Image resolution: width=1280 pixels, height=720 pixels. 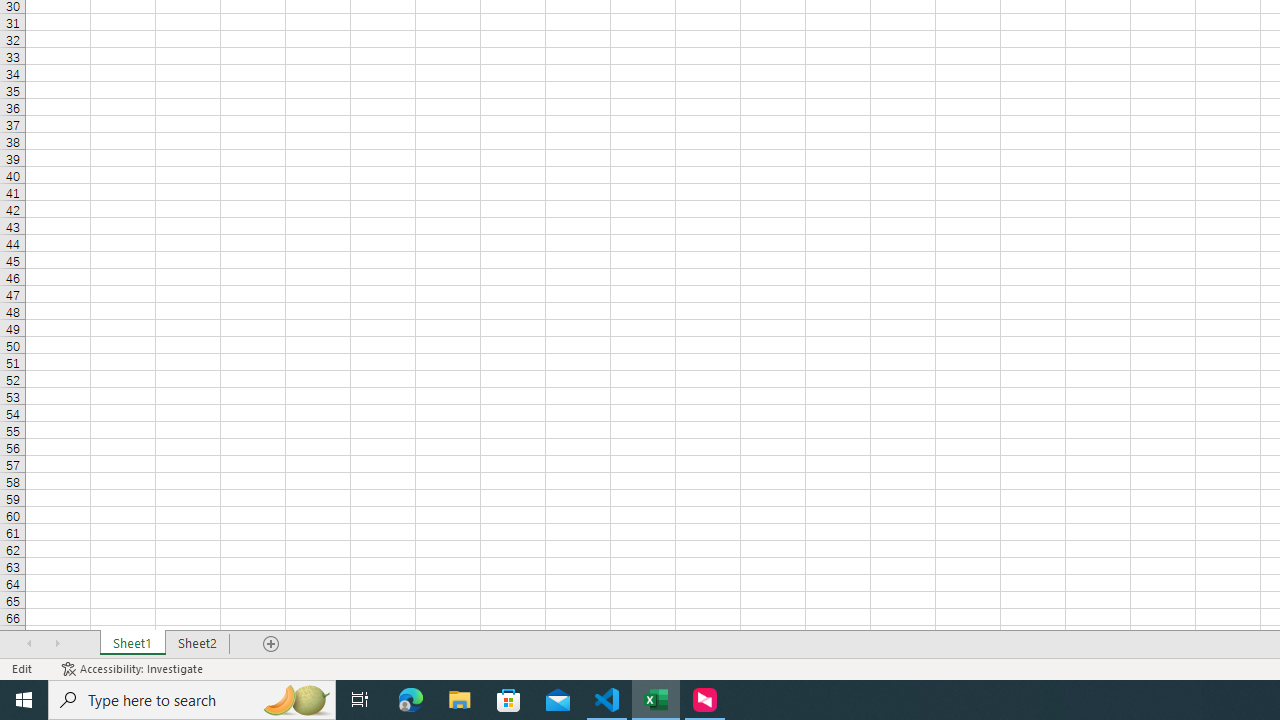 I want to click on 'Add Sheet', so click(x=271, y=644).